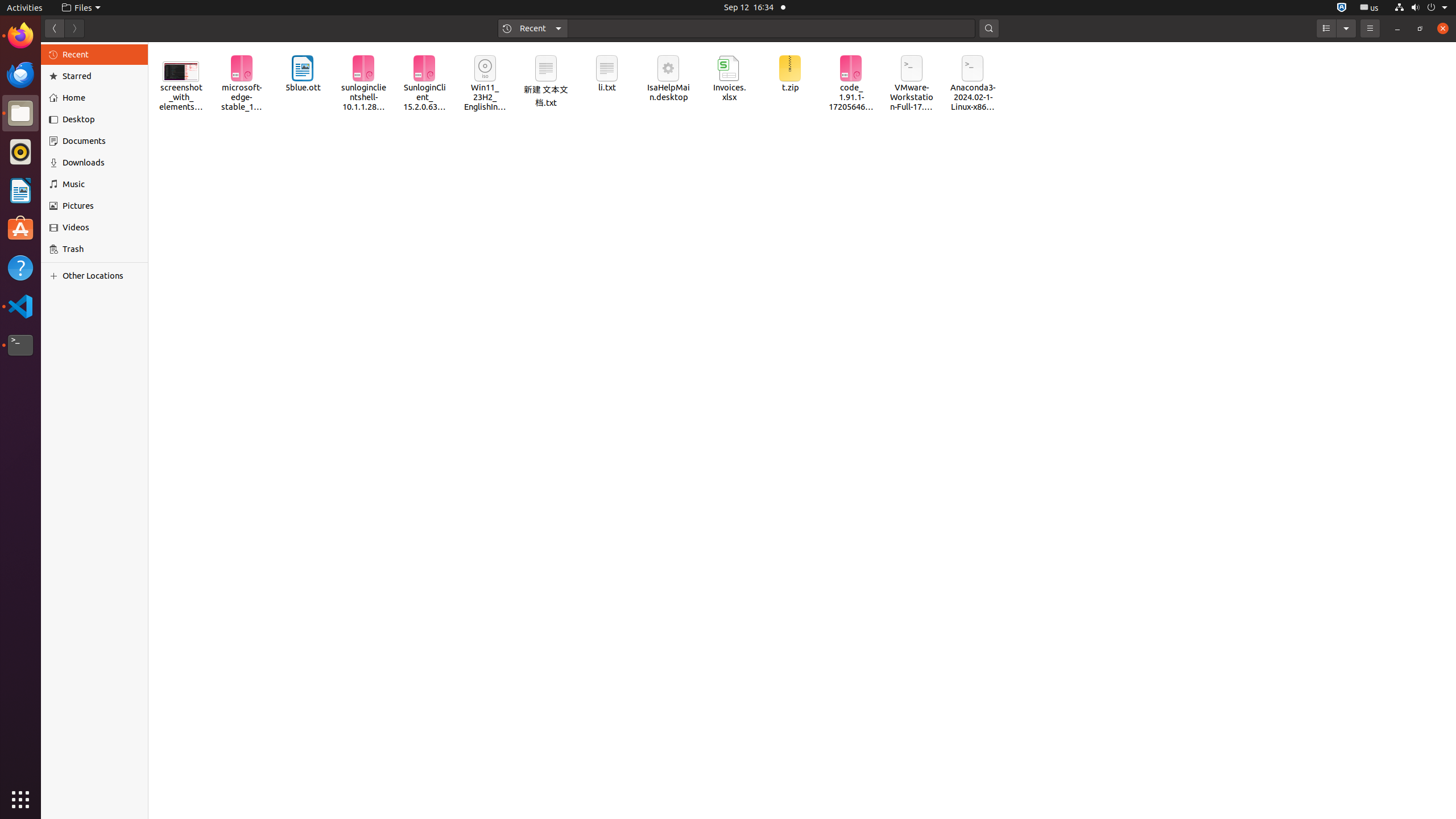  I want to click on 'screenshot_with_elements.png', so click(180, 78).